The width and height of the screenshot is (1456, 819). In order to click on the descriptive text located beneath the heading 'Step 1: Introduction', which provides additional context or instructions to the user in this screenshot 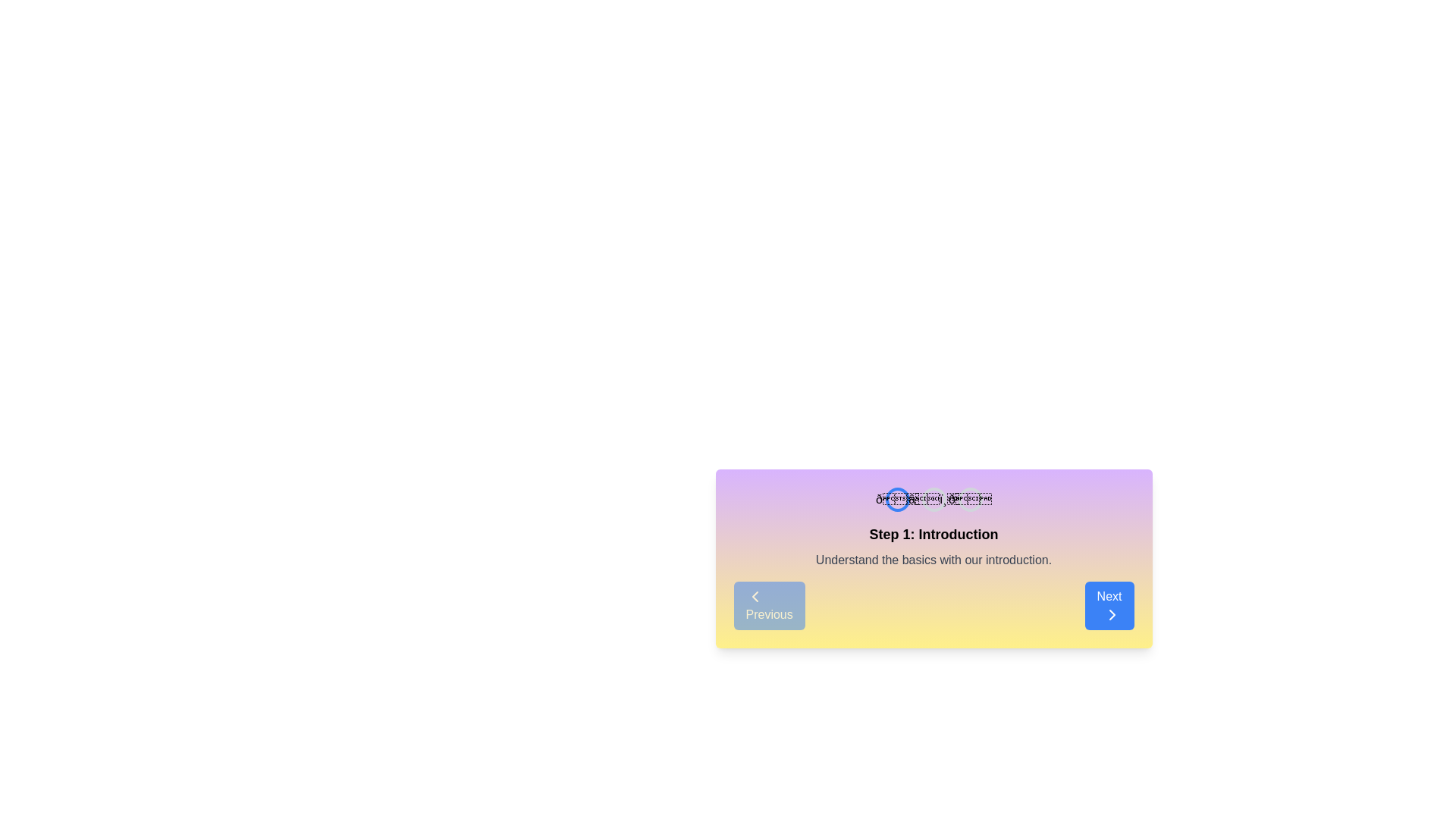, I will do `click(933, 560)`.